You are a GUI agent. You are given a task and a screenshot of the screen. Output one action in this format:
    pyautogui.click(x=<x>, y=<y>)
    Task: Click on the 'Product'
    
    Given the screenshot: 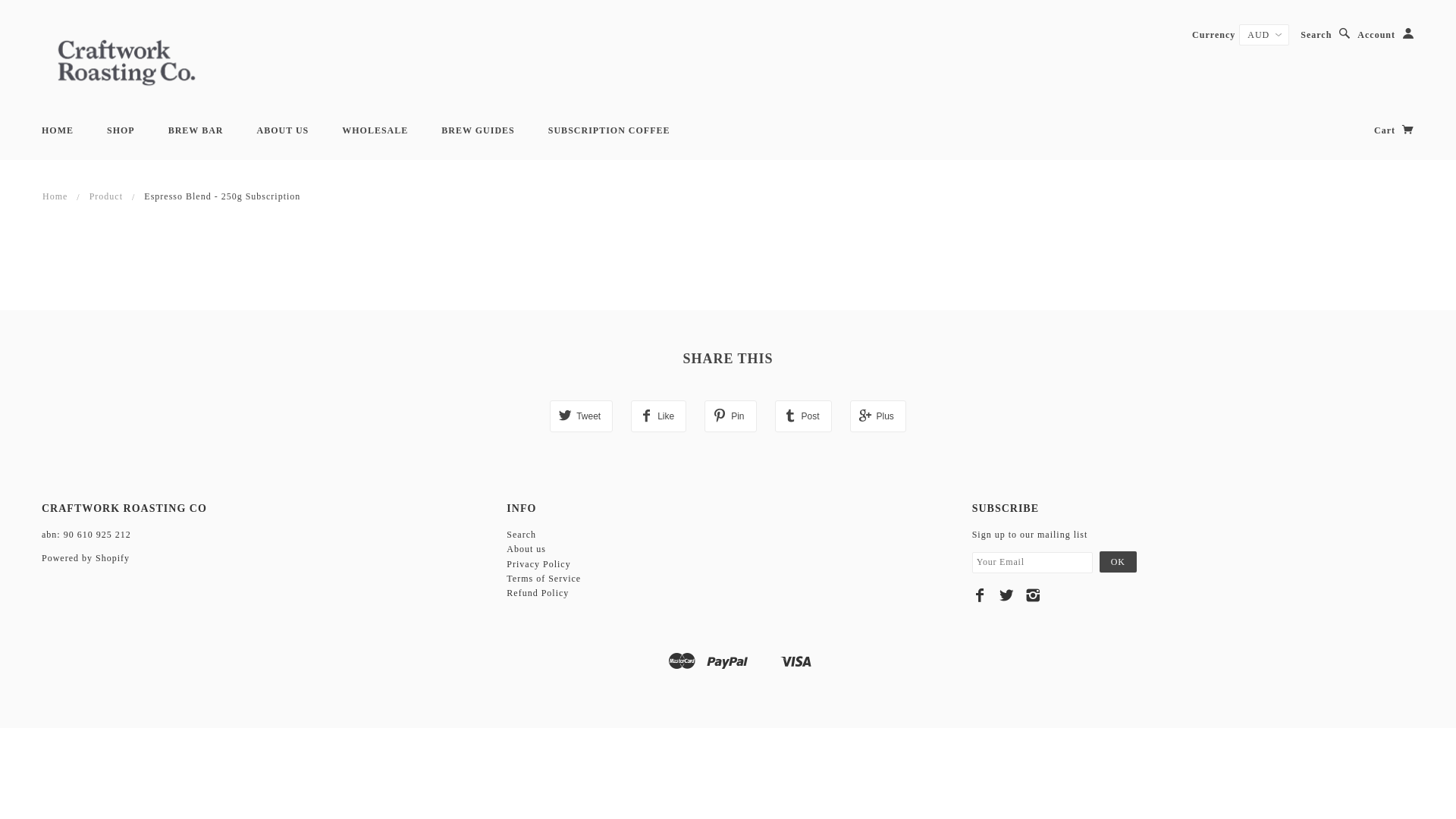 What is the action you would take?
    pyautogui.click(x=89, y=195)
    